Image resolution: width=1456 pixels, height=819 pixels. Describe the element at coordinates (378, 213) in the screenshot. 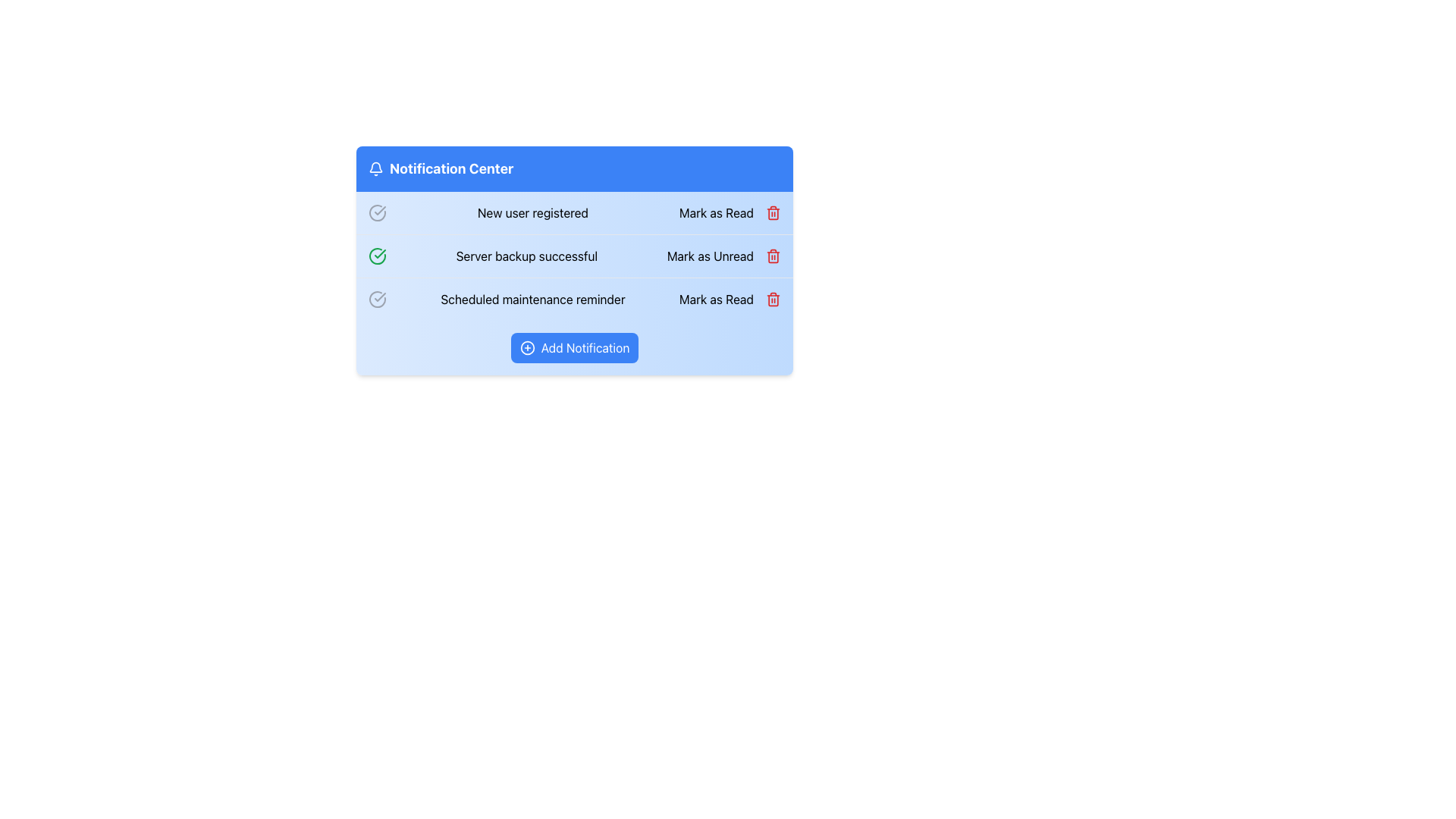

I see `the circular gray icon with a checkmark inside that indicates a new user registration, located to the left of the text 'New user registered' in the Notification Center` at that location.